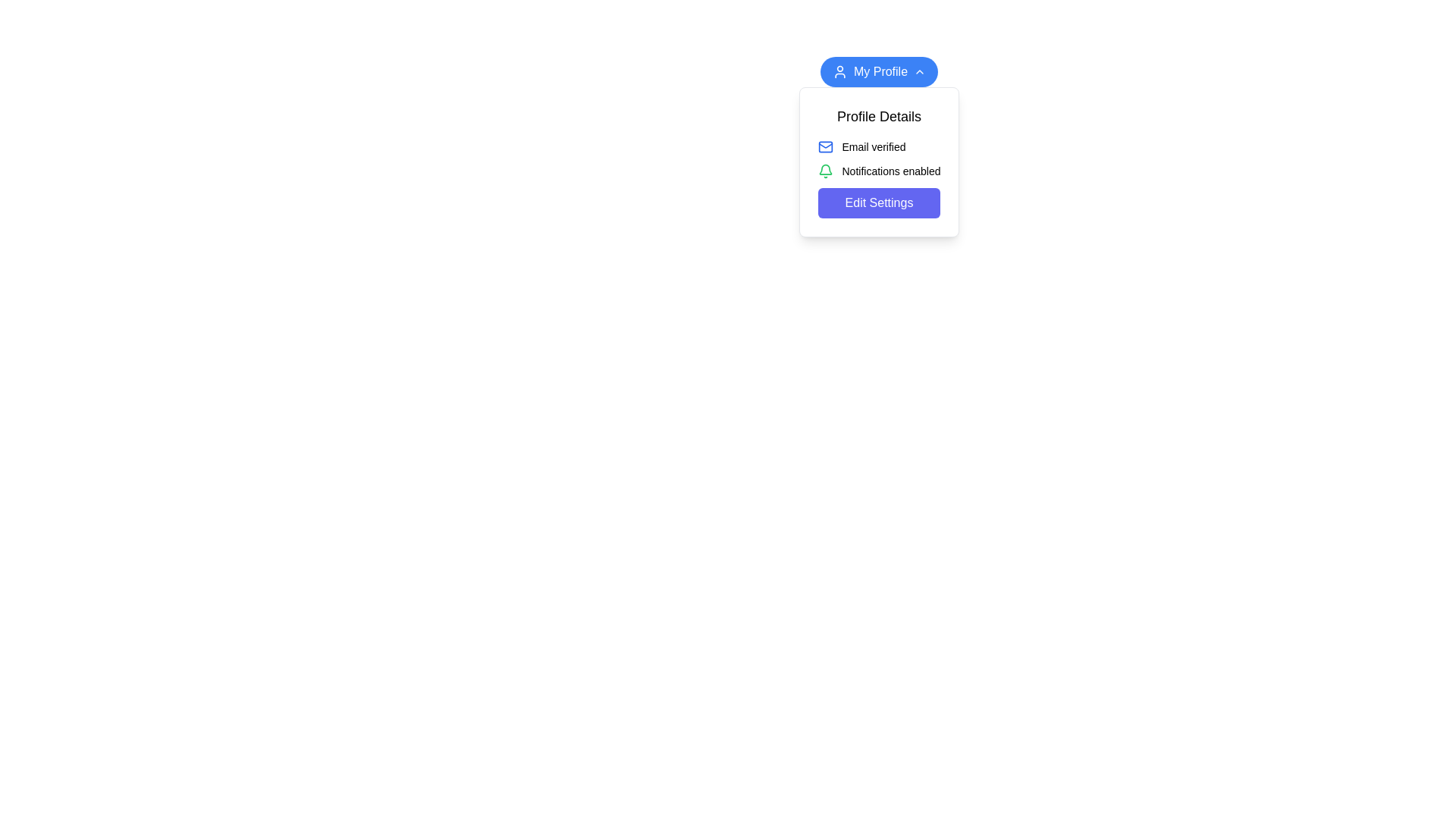  Describe the element at coordinates (919, 72) in the screenshot. I see `the chevron-up icon located to the far right of the blue 'My Profile' button, which indicates collapsible functionality` at that location.